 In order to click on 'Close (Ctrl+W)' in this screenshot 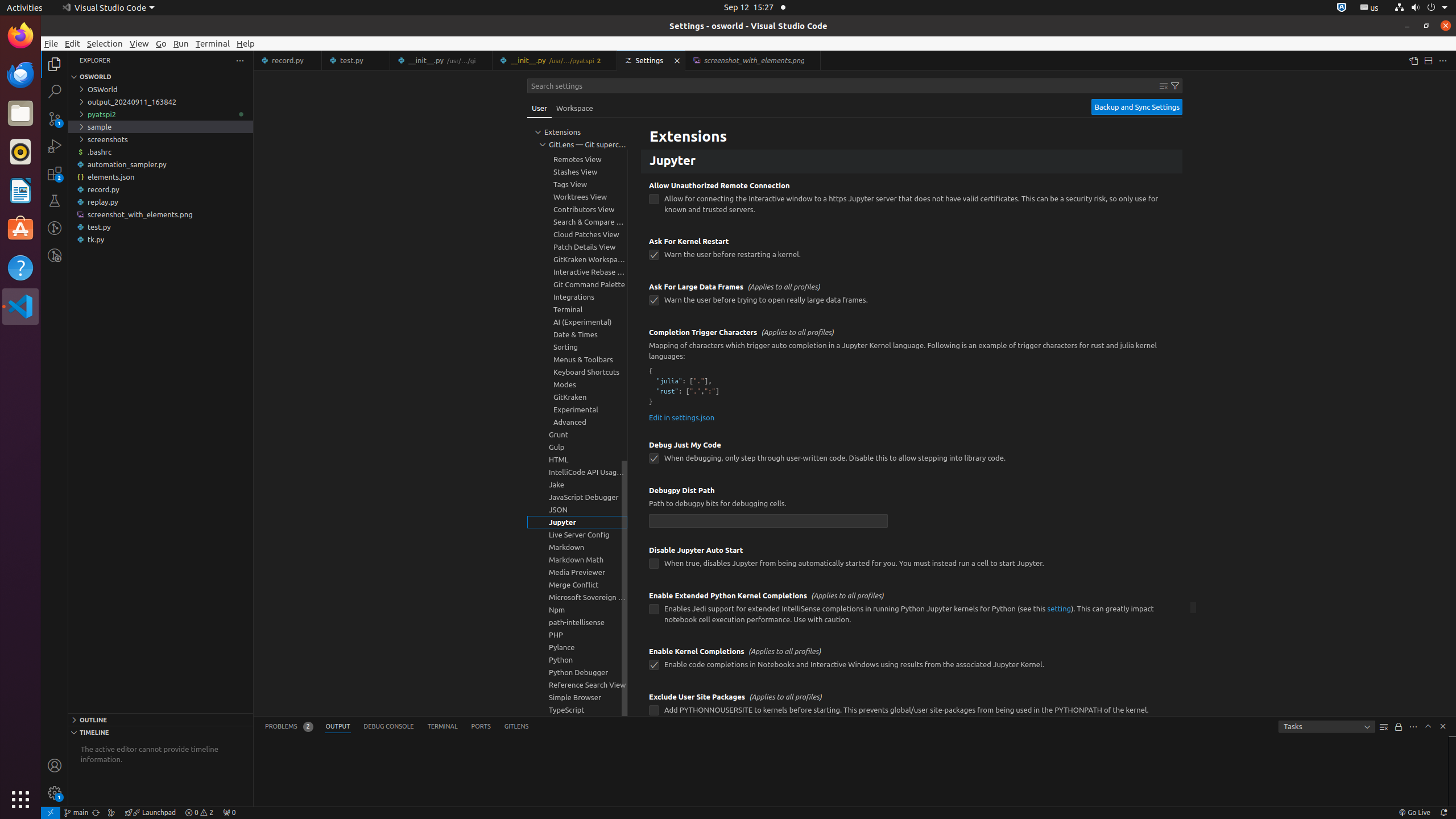, I will do `click(812, 60)`.